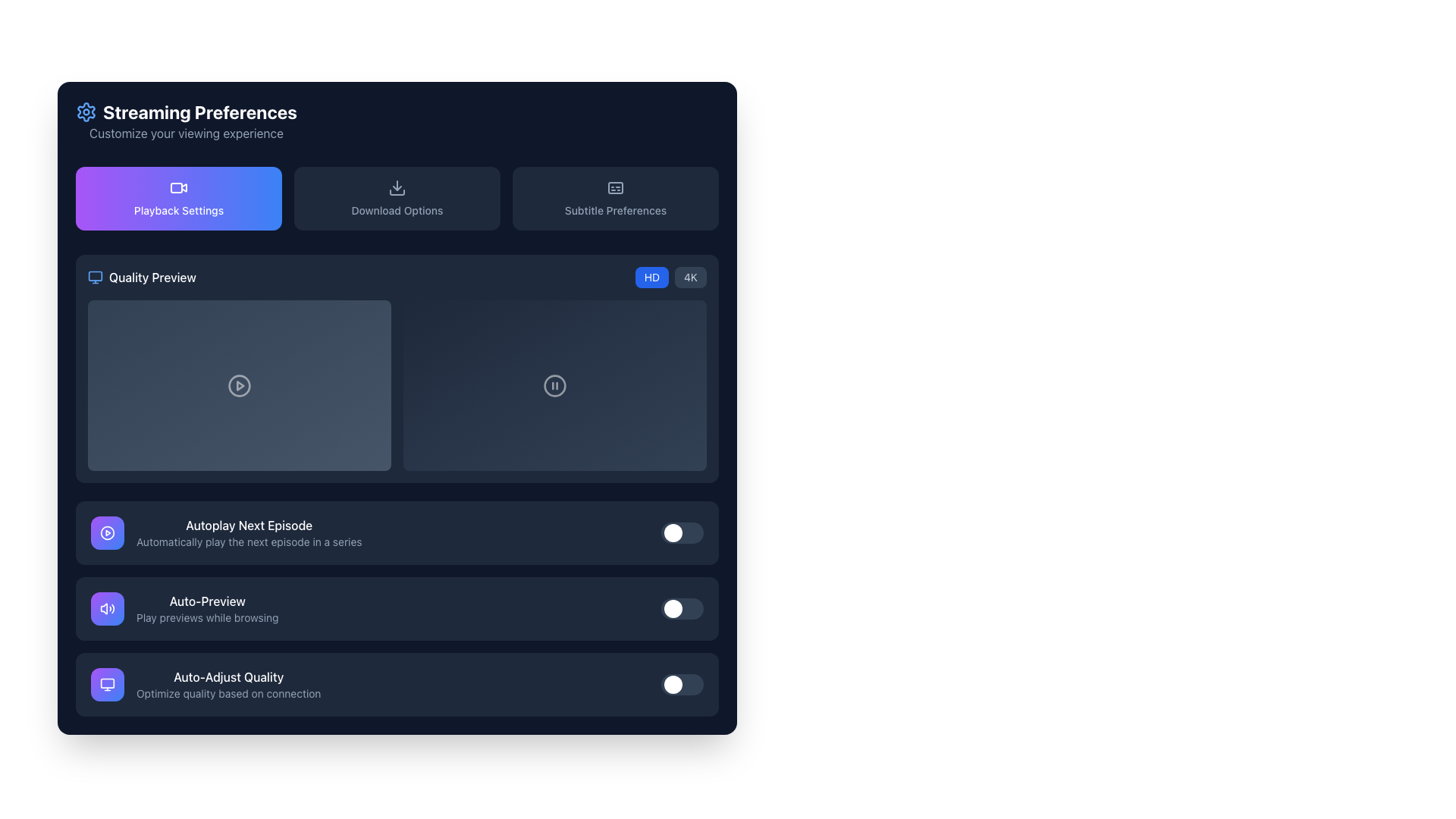  Describe the element at coordinates (397, 684) in the screenshot. I see `the toggle switch of the 'Auto-Adjust Quality' setting` at that location.